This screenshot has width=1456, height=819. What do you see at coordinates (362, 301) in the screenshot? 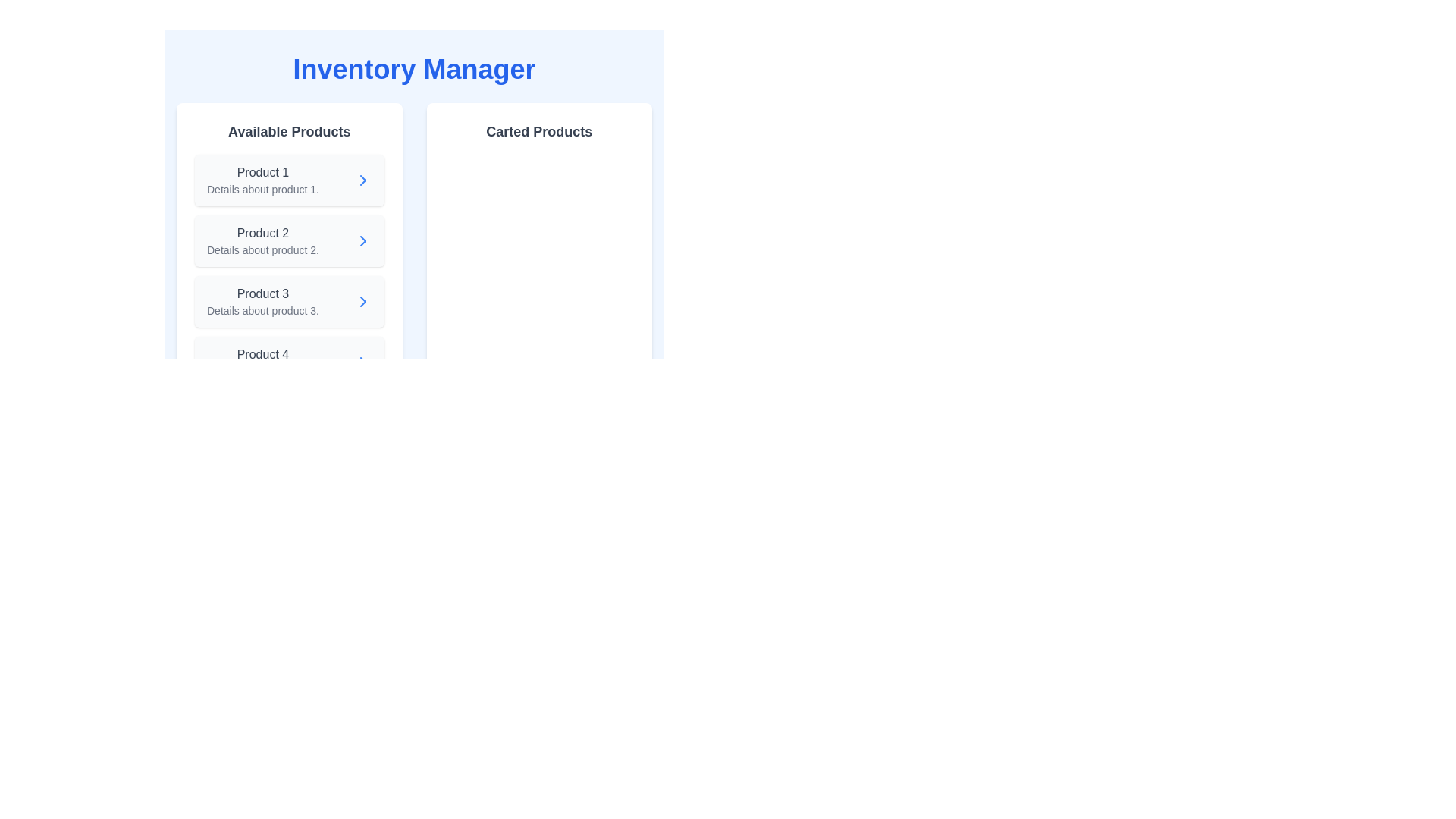
I see `the blue rightward-pointing arrow icon button located to the right side of the text 'Product 3' within the card labeled 'Product 3'` at bounding box center [362, 301].